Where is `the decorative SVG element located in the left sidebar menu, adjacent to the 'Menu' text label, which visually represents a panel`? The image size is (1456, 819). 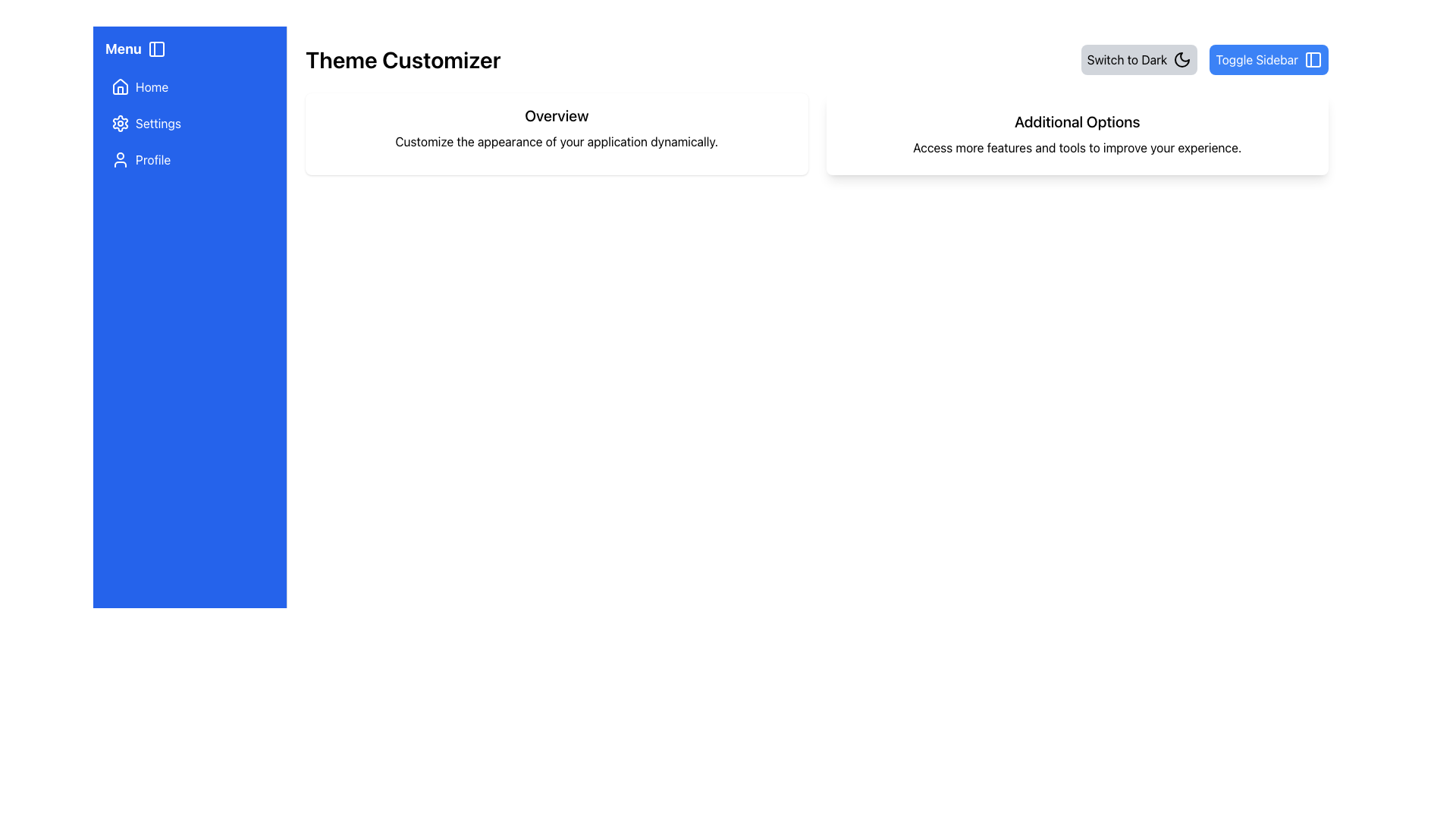
the decorative SVG element located in the left sidebar menu, adjacent to the 'Menu' text label, which visually represents a panel is located at coordinates (156, 49).